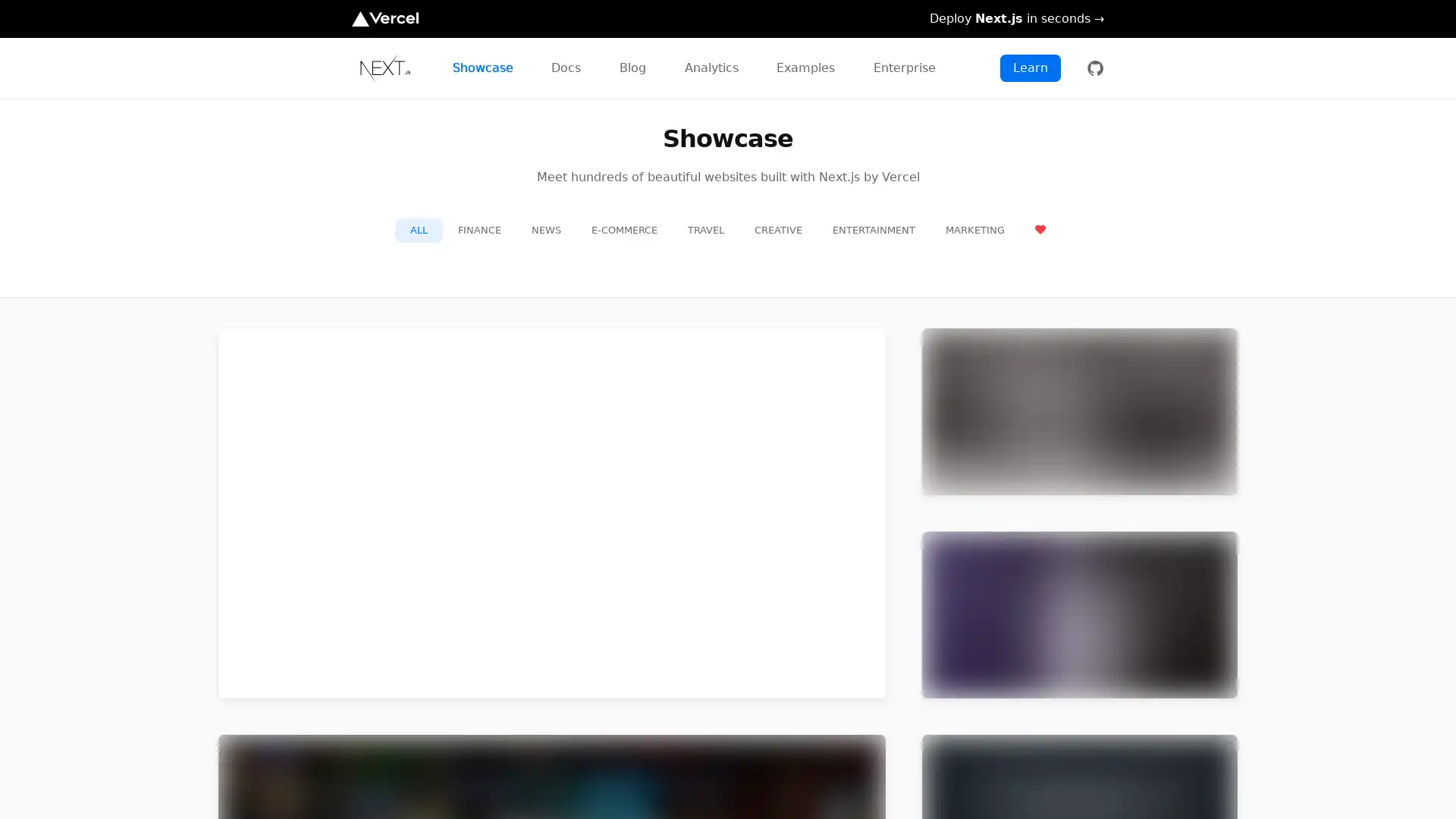 The image size is (1456, 819). What do you see at coordinates (479, 230) in the screenshot?
I see `FINANCE` at bounding box center [479, 230].